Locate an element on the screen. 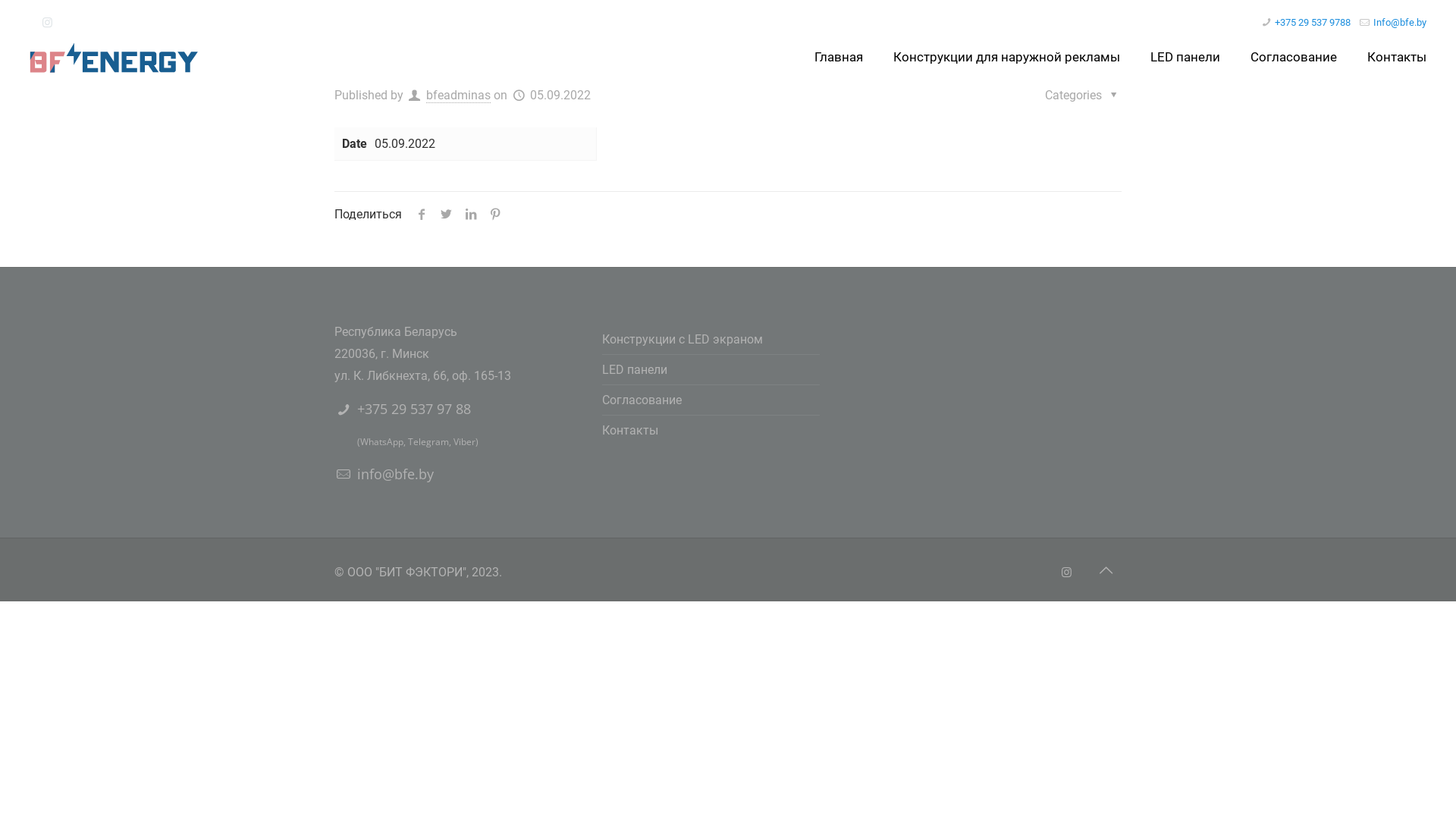  'BFE.by' is located at coordinates (29, 55).